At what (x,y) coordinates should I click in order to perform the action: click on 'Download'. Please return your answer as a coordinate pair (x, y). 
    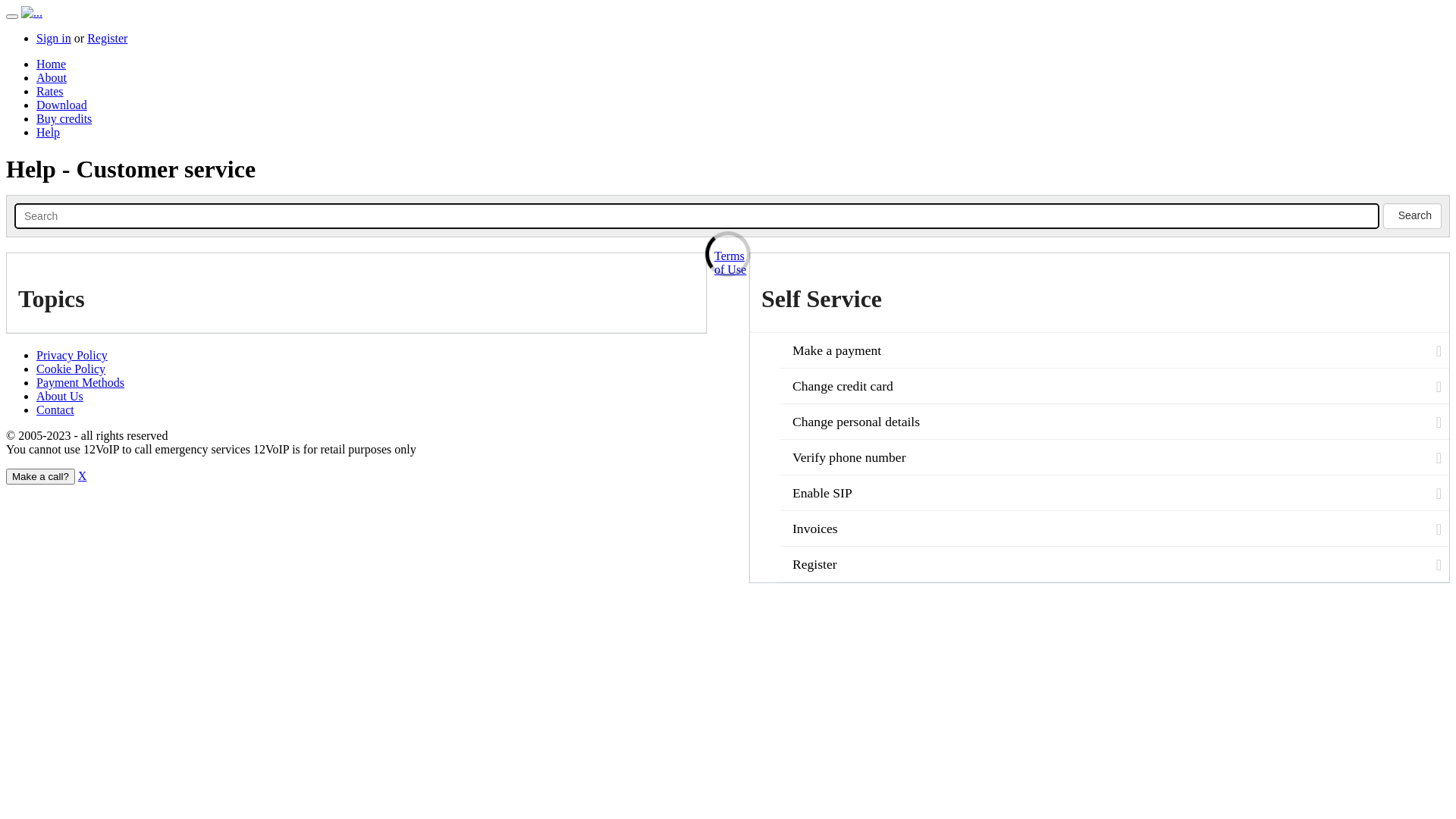
    Looking at the image, I should click on (61, 104).